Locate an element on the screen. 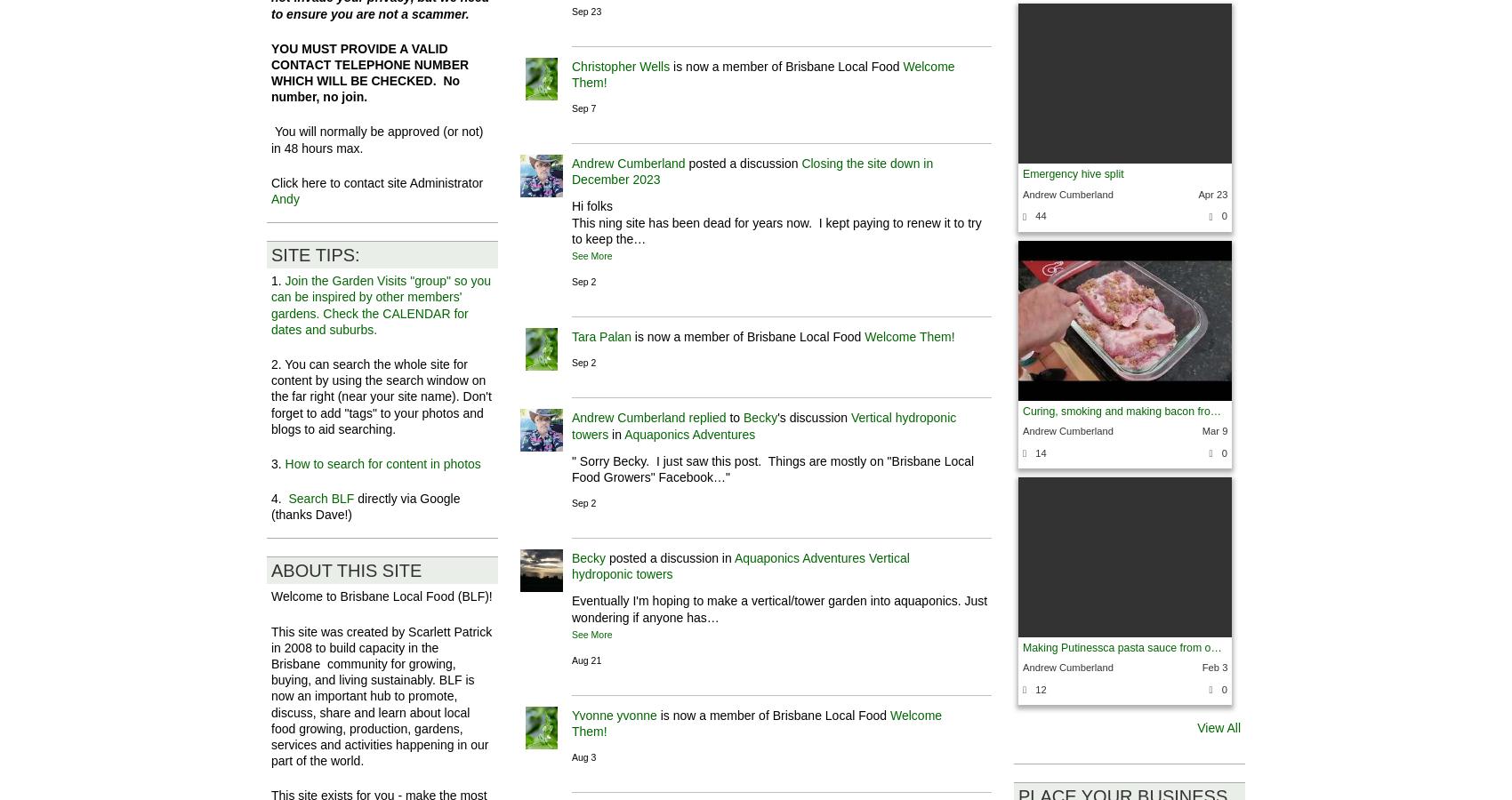  'About this site' is located at coordinates (345, 570).